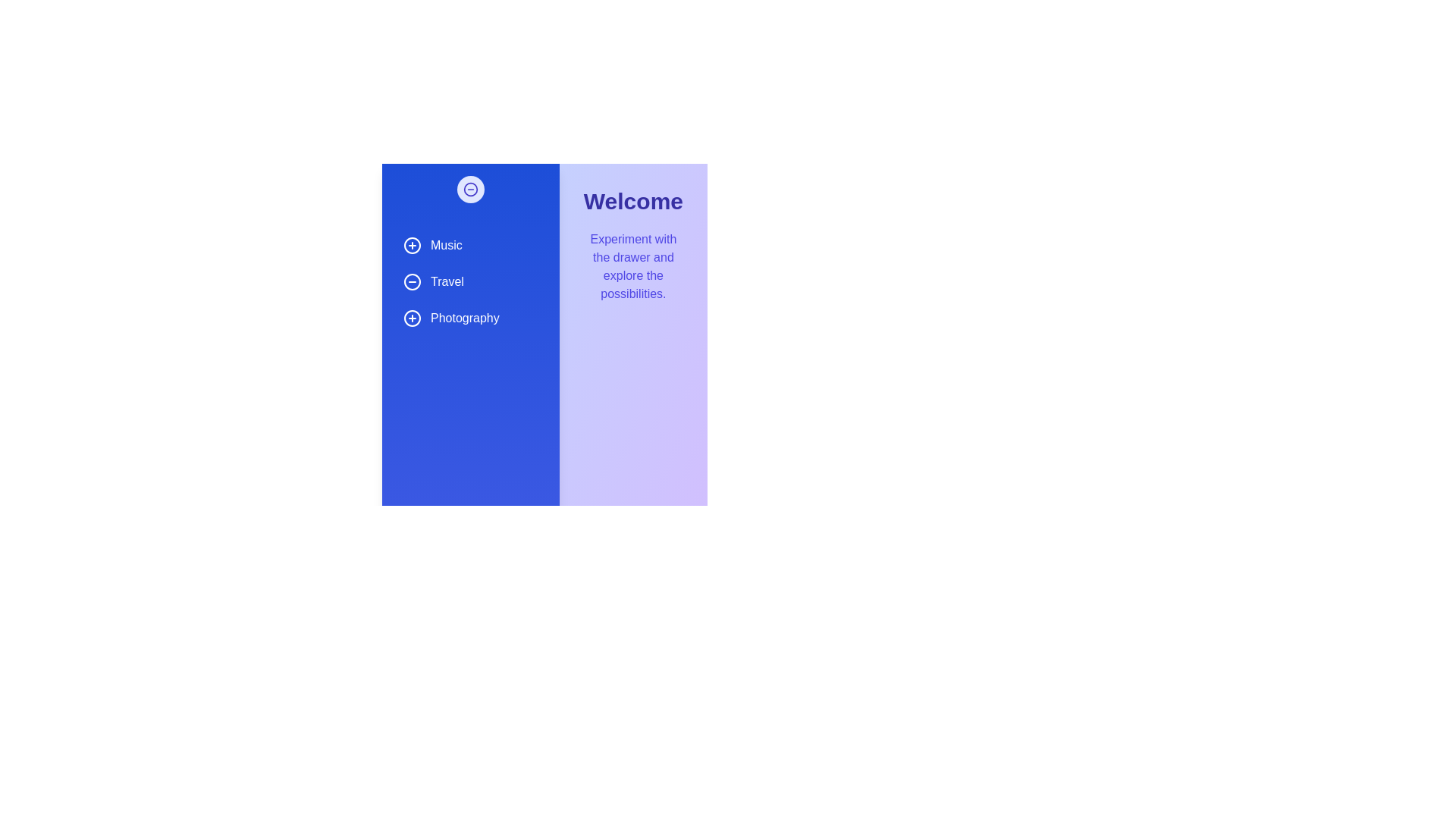  Describe the element at coordinates (469, 189) in the screenshot. I see `the button at the top of the drawer to toggle its open/close state` at that location.